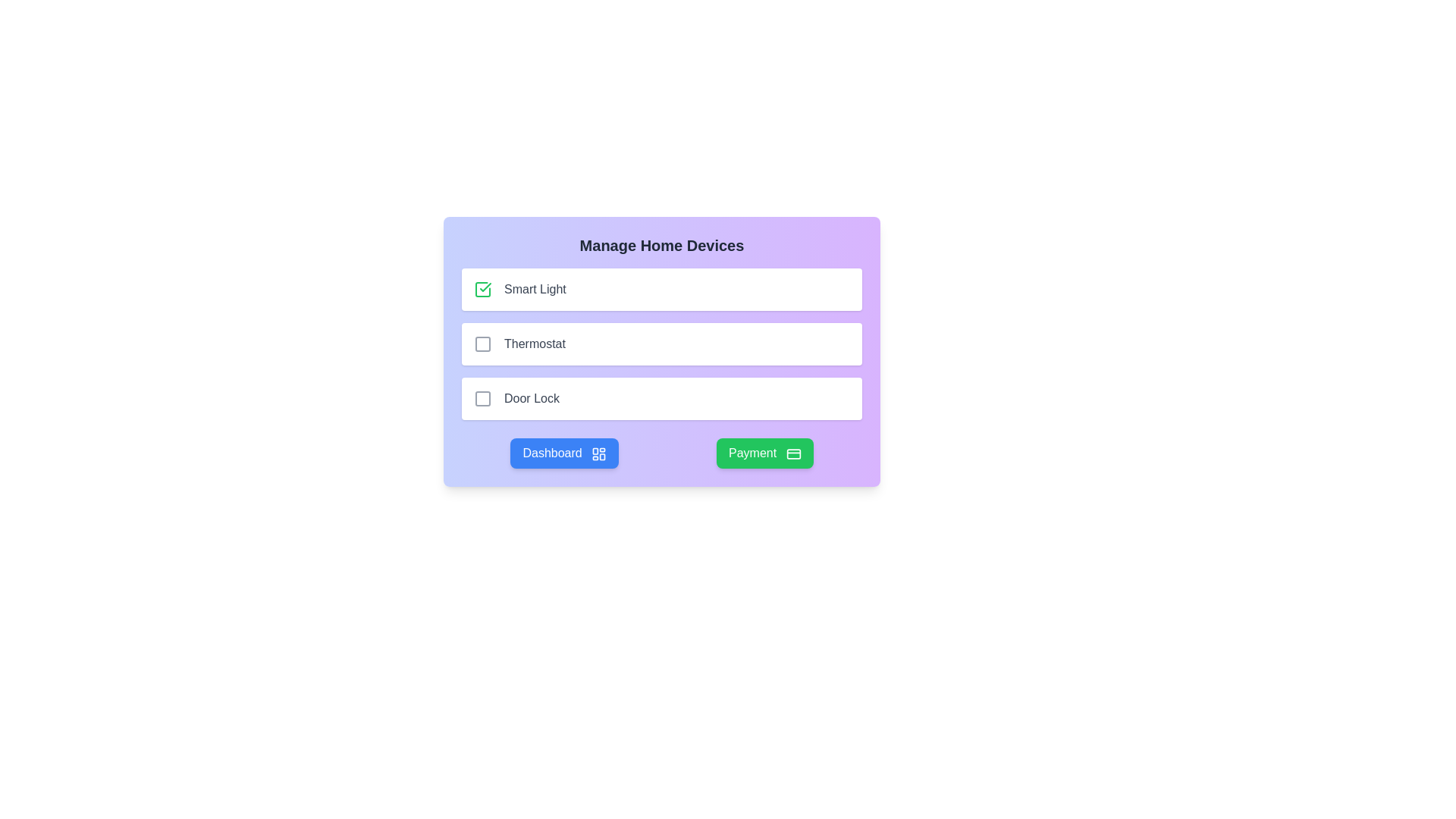  Describe the element at coordinates (792, 453) in the screenshot. I see `the Decorative SVG icon representing the credit card within the green 'Payment' button located at the bottom-right corner of the interface` at that location.